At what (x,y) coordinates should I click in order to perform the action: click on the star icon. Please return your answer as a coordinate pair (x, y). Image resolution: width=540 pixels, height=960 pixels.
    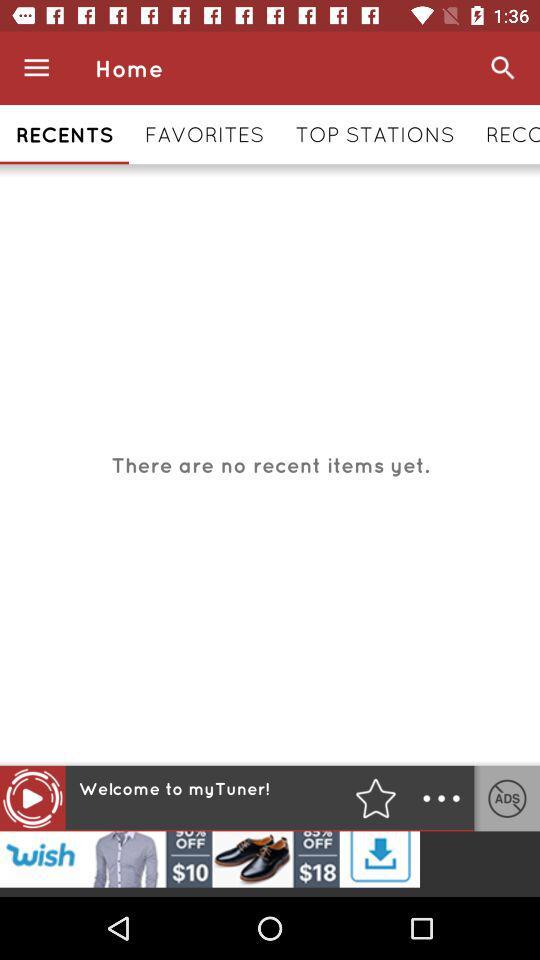
    Looking at the image, I should click on (375, 798).